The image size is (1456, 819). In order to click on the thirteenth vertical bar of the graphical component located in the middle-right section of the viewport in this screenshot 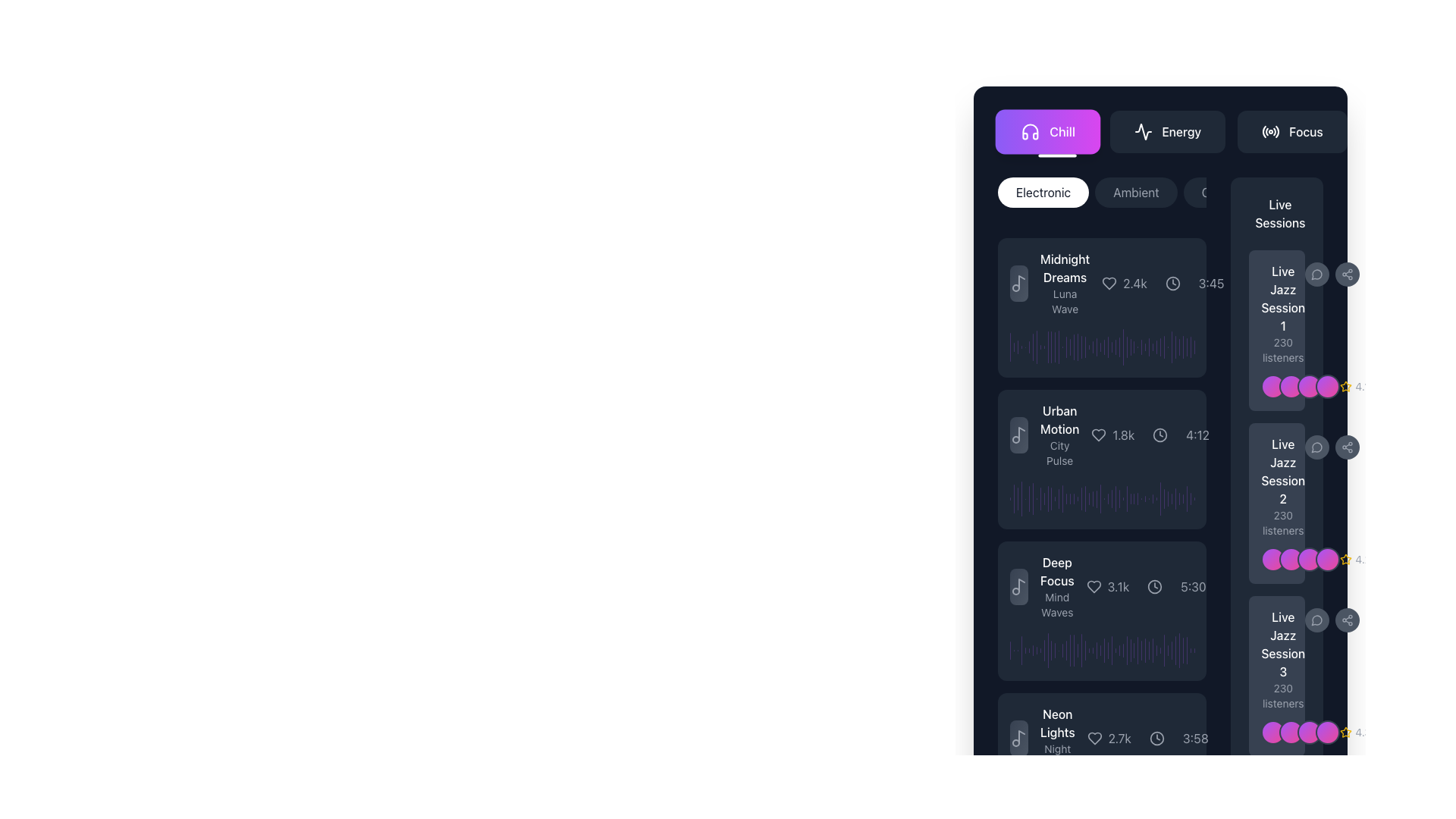, I will do `click(1055, 347)`.